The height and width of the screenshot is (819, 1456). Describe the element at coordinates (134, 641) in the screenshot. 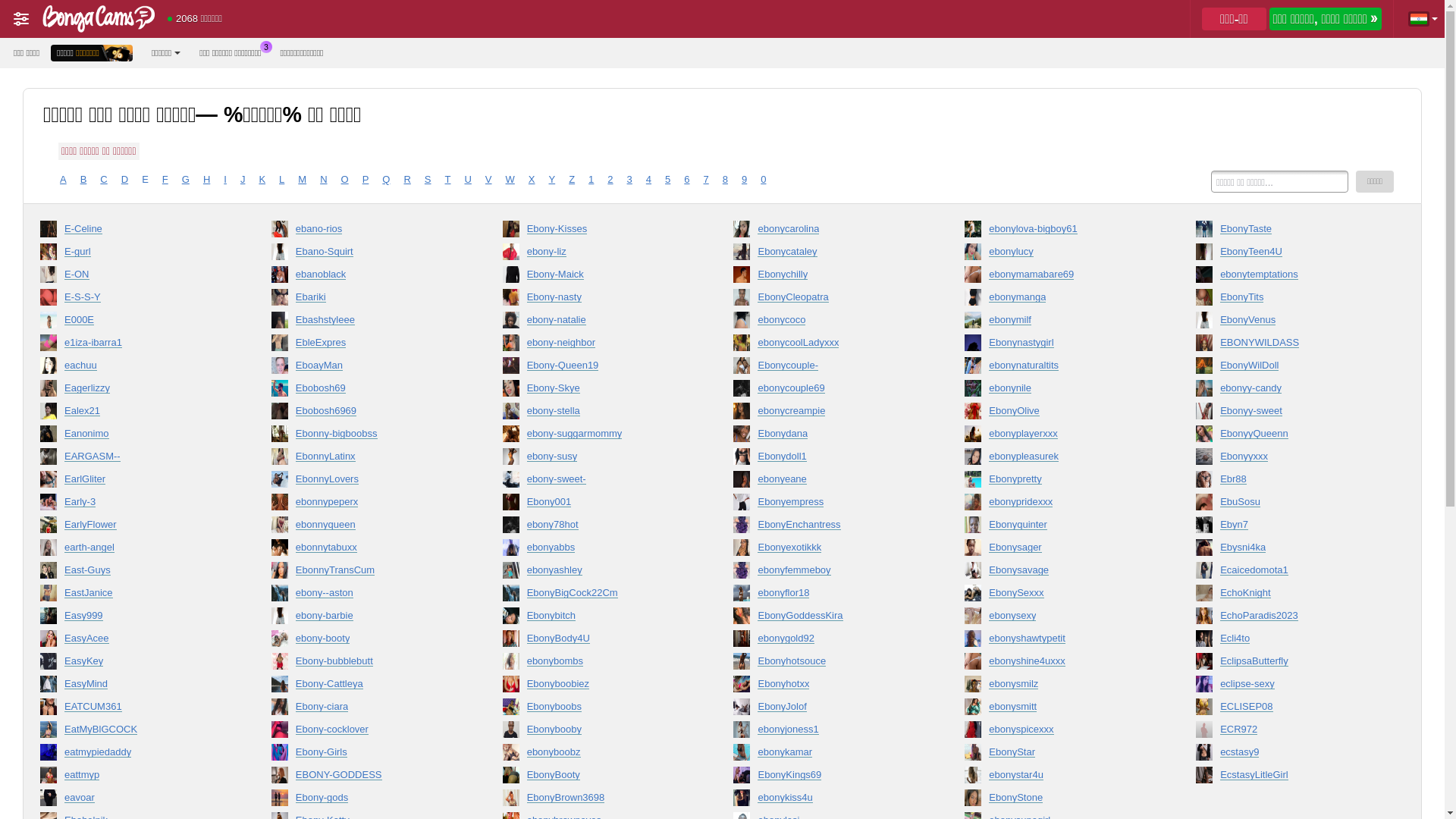

I see `'EasyAcee'` at that location.